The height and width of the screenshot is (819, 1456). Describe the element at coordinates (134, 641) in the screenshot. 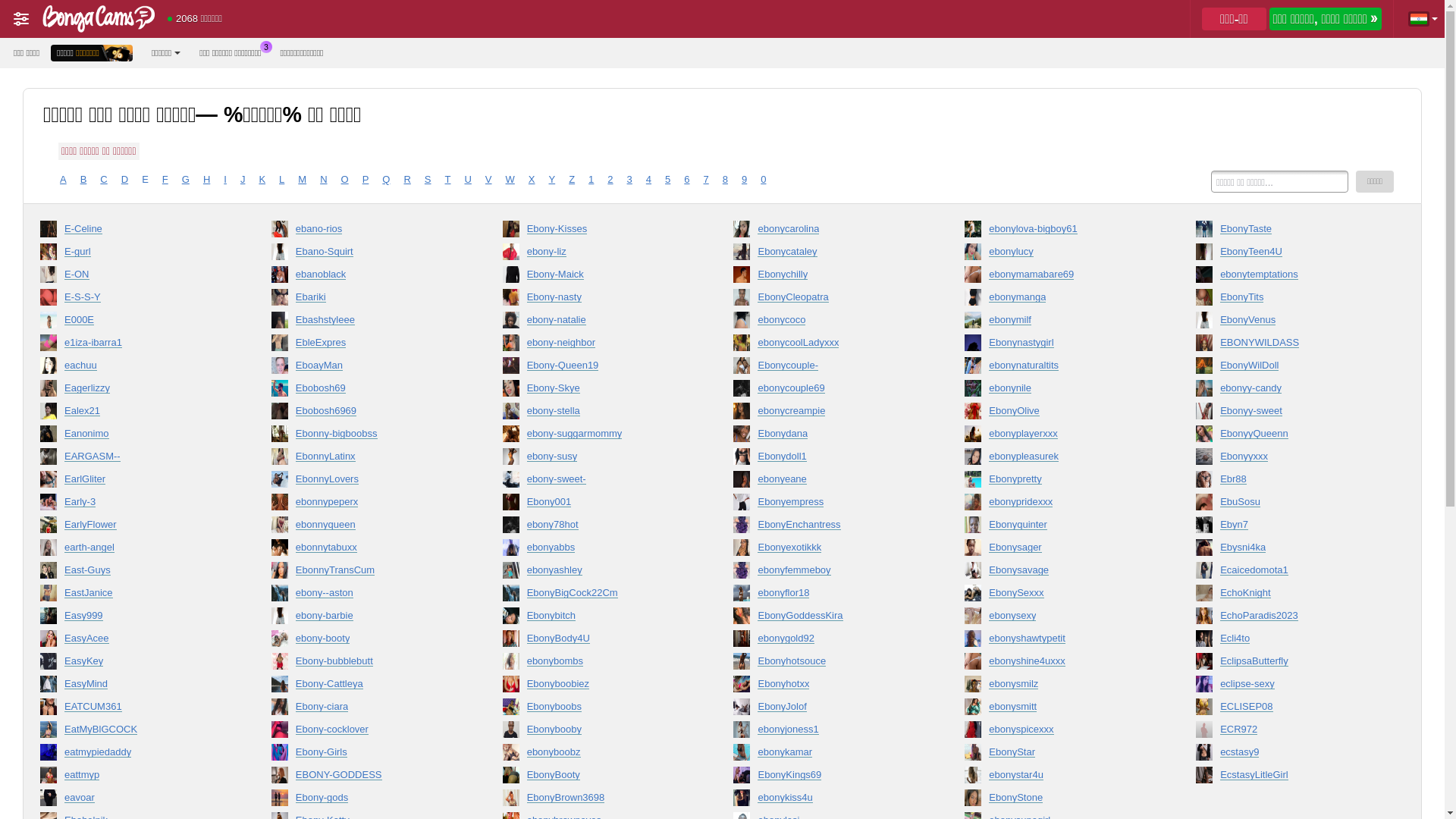

I see `'EasyAcee'` at that location.